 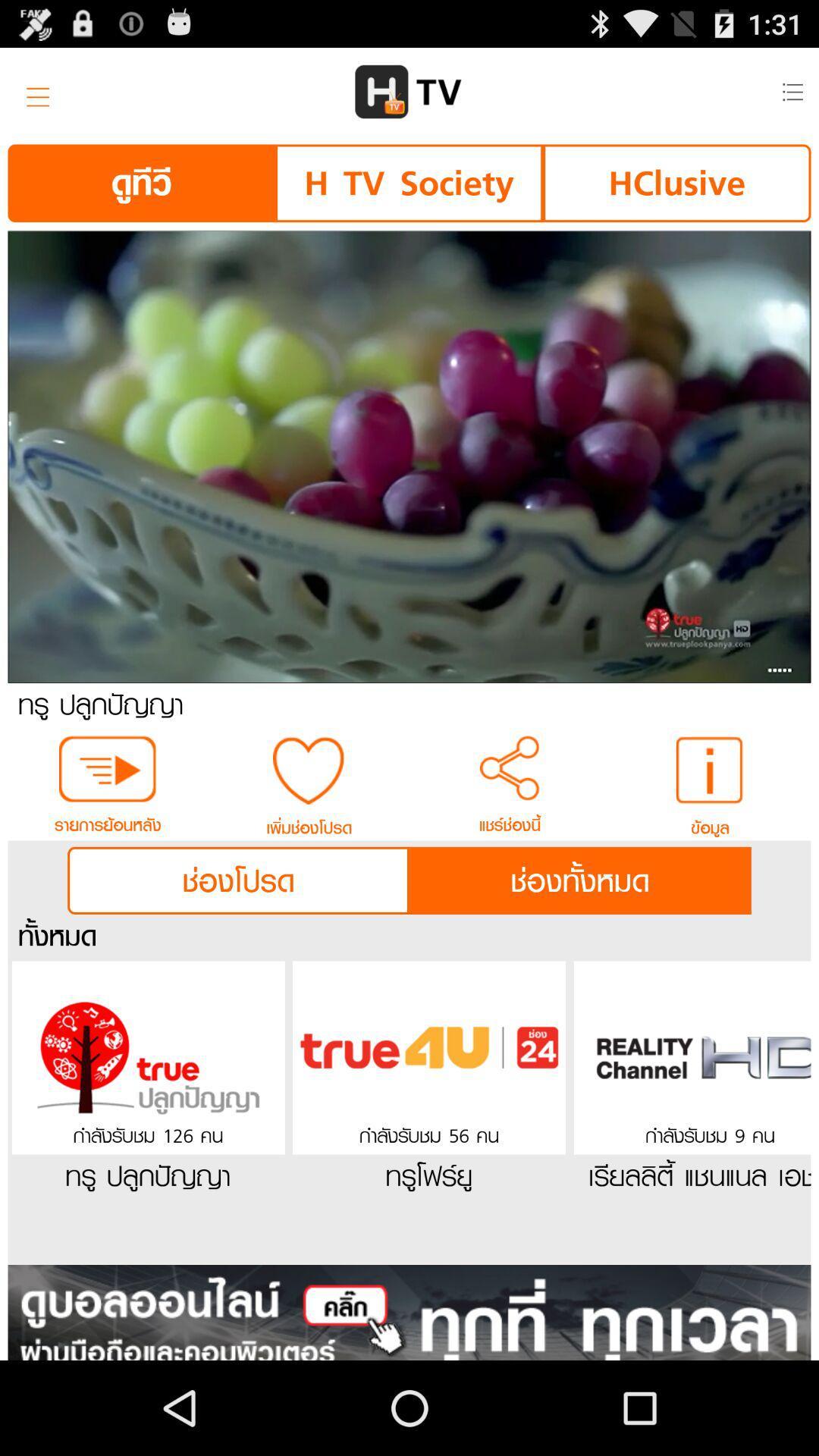 I want to click on the info icon, so click(x=711, y=824).